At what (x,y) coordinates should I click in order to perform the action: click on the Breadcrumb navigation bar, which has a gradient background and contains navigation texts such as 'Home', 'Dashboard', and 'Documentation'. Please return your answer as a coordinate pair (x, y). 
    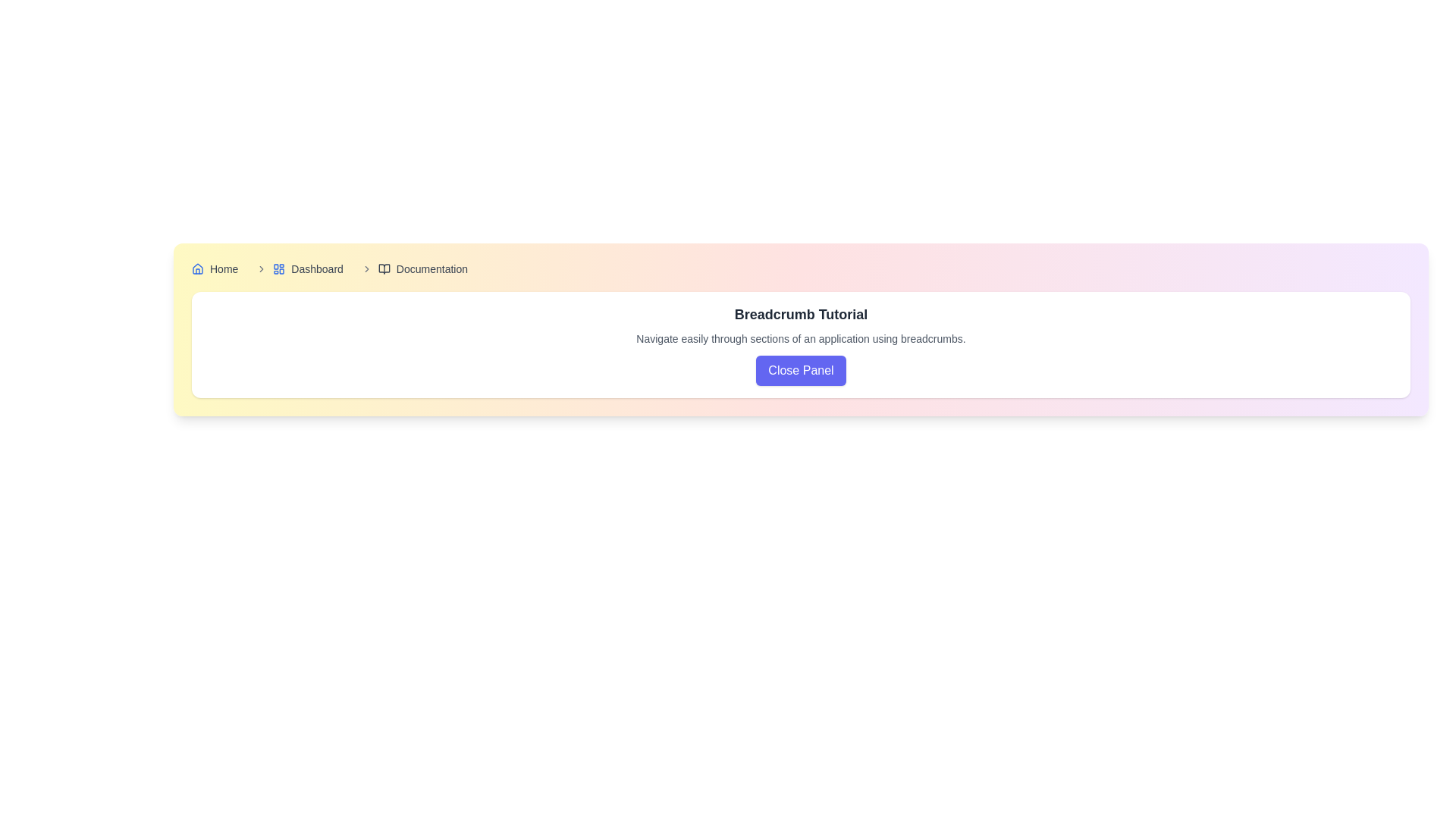
    Looking at the image, I should click on (800, 268).